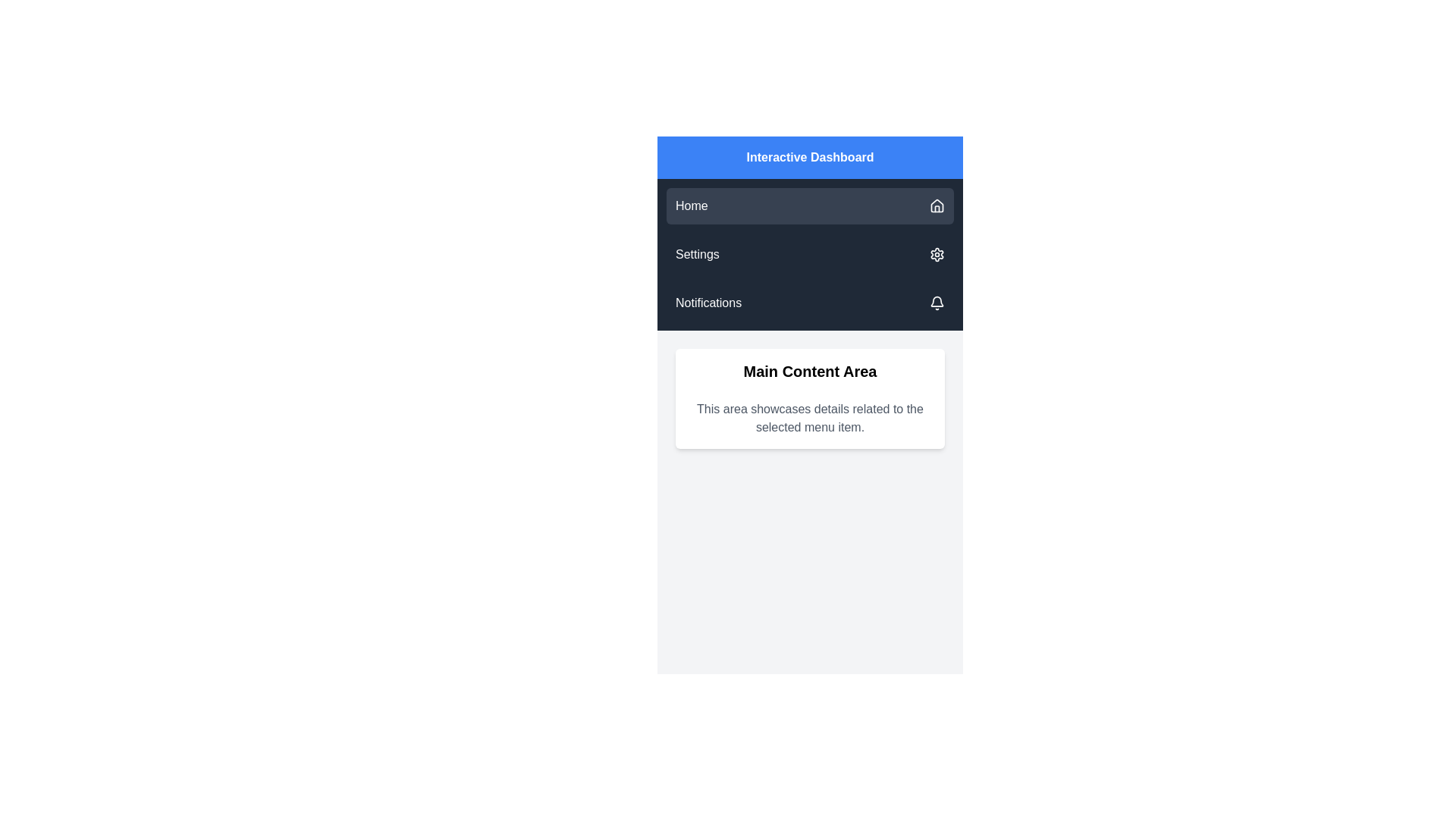 Image resolution: width=1456 pixels, height=819 pixels. What do you see at coordinates (809, 158) in the screenshot?
I see `the Header label with bold white text that reads 'Interactive Dashboard', which has a solid blue background and is located at the top of the interface` at bounding box center [809, 158].